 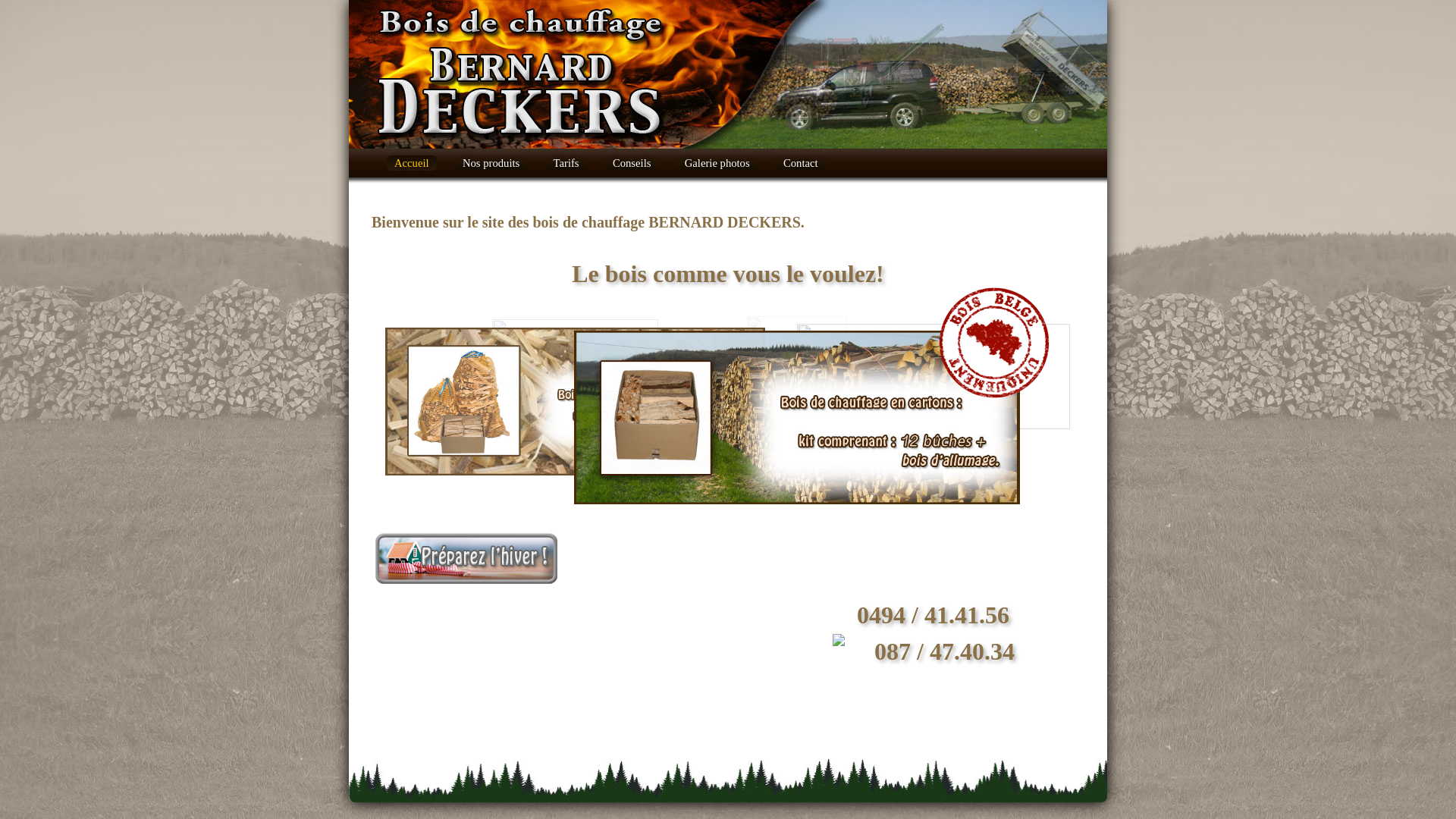 What do you see at coordinates (632, 163) in the screenshot?
I see `'Conseils'` at bounding box center [632, 163].